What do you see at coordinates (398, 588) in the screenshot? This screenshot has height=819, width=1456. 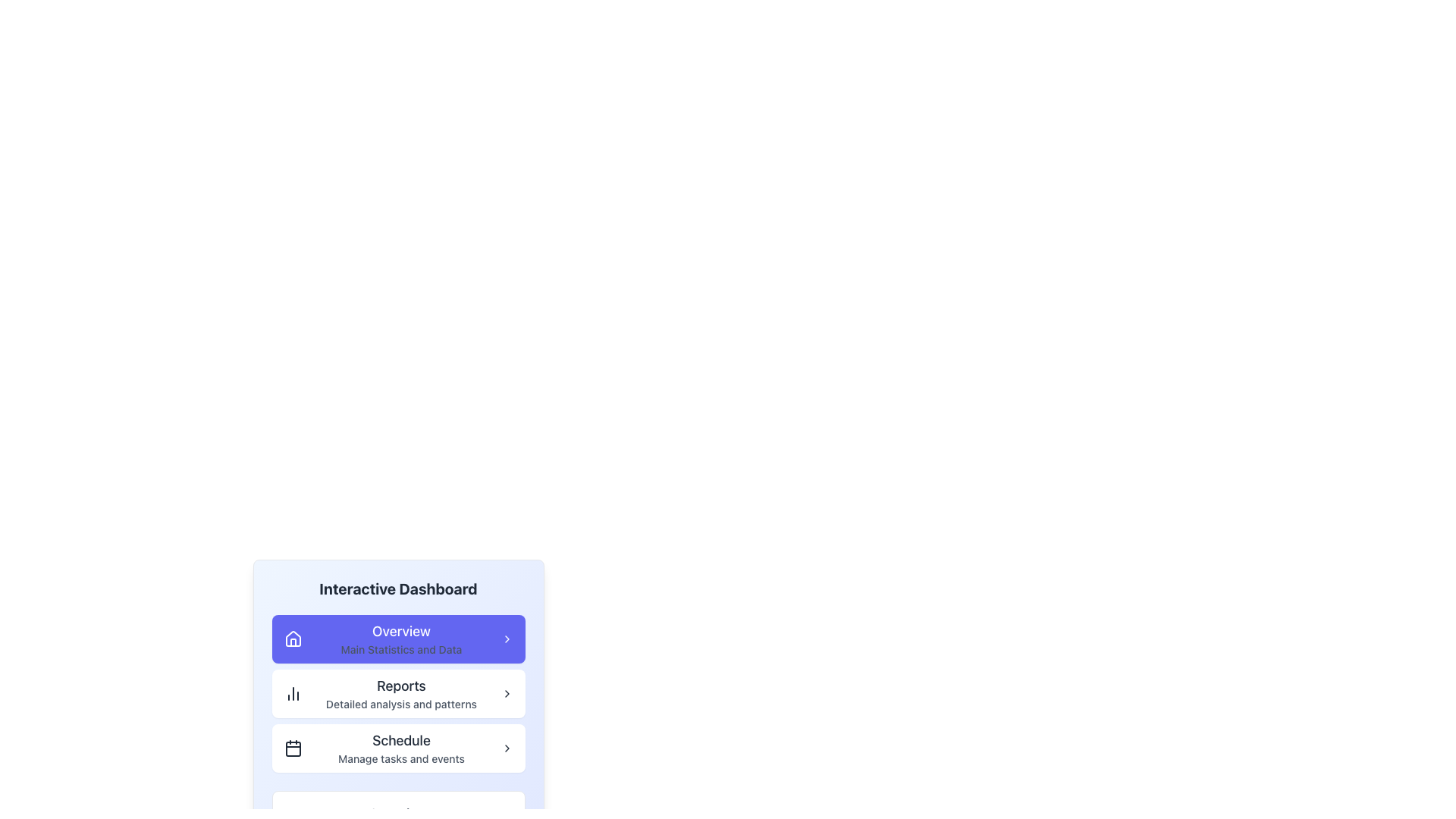 I see `static text label displaying 'Interactive Dashboard' which is positioned at the top center of the card-like layout` at bounding box center [398, 588].